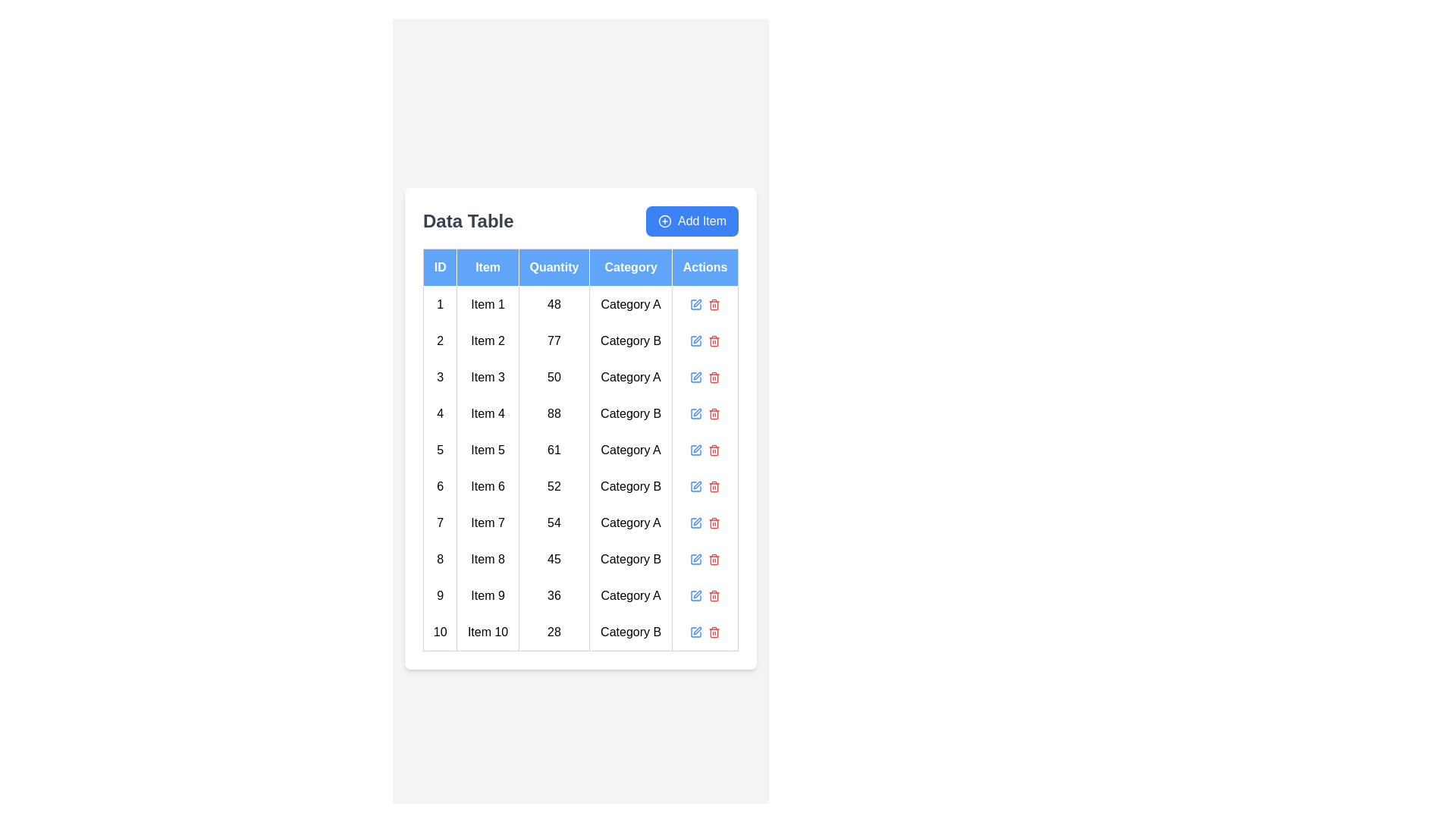 The height and width of the screenshot is (819, 1456). Describe the element at coordinates (631, 376) in the screenshot. I see `the text label displaying 'Category A' located in the fourth column of the third row in the data table, aligned with ID '3' and Item 'Item 3'` at that location.